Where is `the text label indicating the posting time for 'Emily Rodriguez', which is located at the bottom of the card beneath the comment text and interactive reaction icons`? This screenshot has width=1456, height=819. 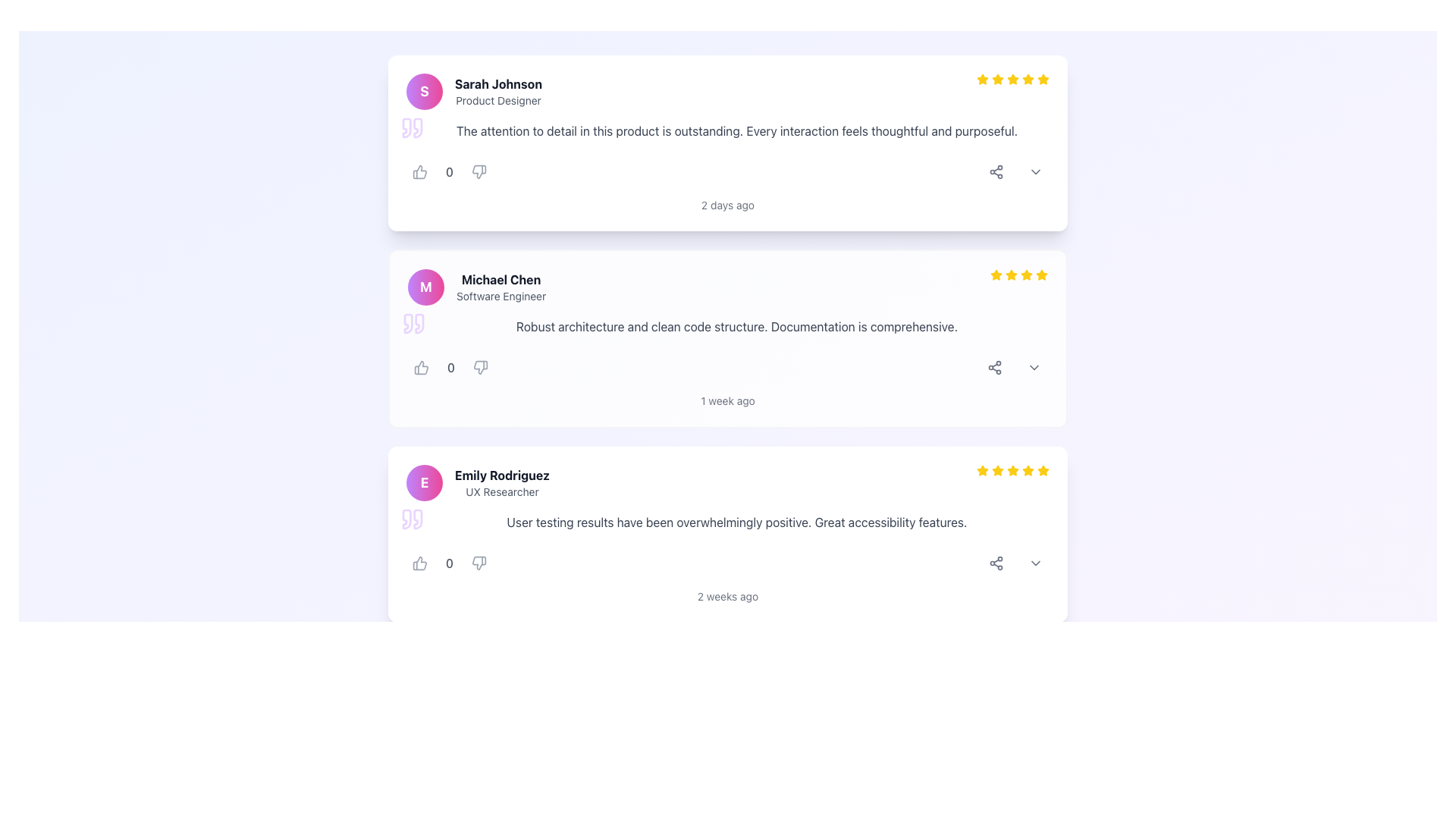 the text label indicating the posting time for 'Emily Rodriguez', which is located at the bottom of the card beneath the comment text and interactive reaction icons is located at coordinates (728, 595).